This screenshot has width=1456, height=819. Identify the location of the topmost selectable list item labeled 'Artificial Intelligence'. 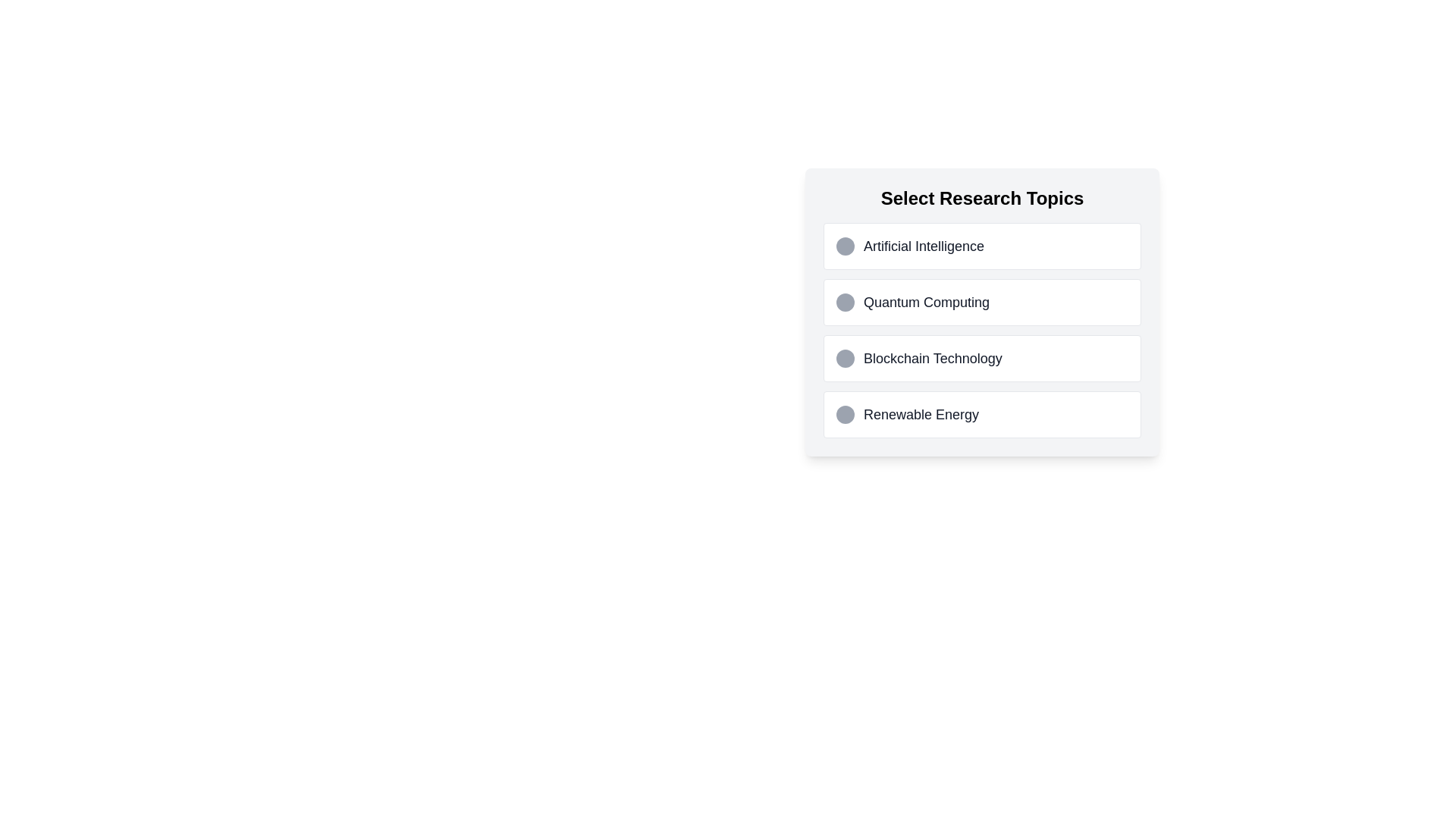
(910, 245).